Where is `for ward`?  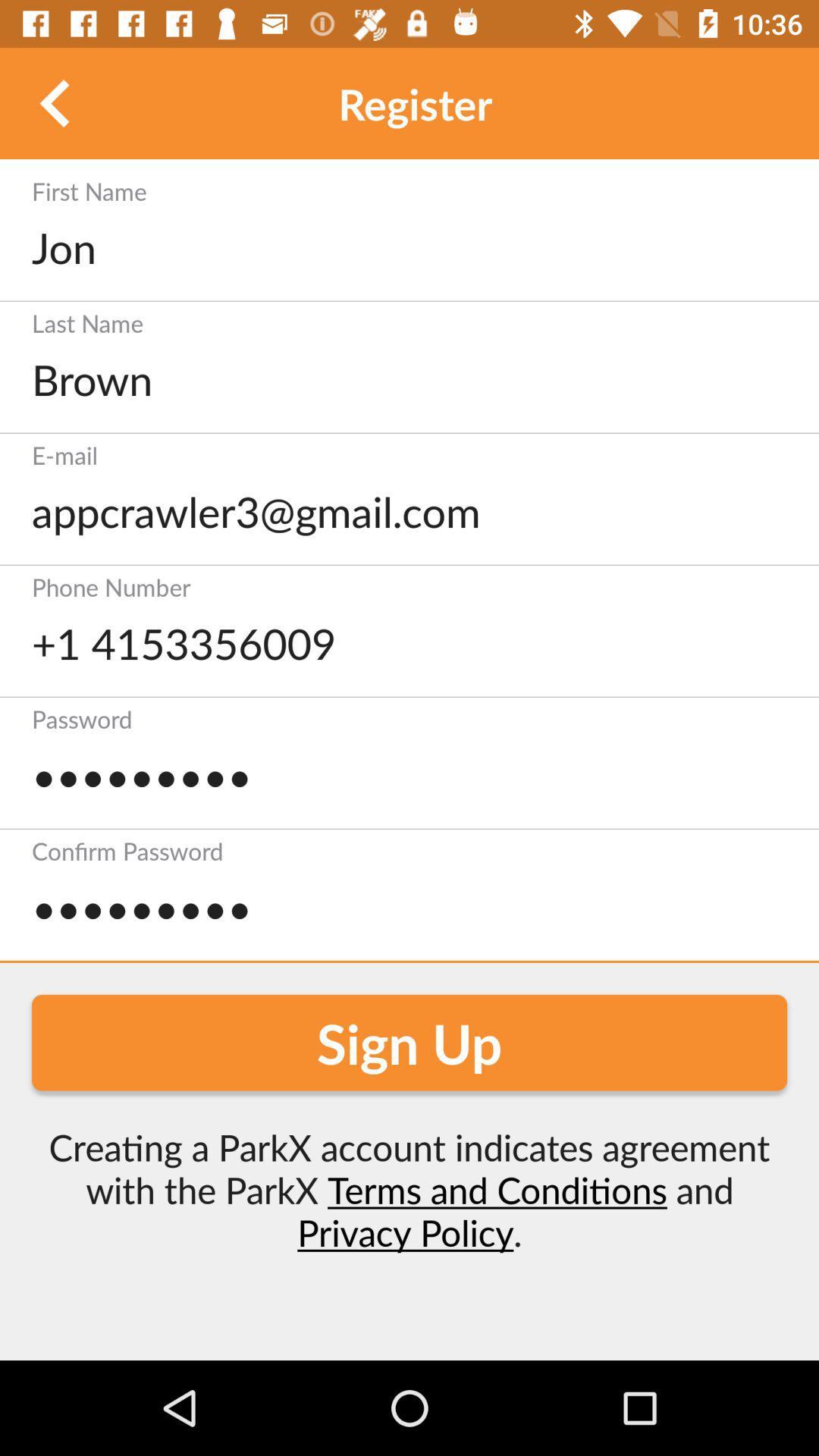
for ward is located at coordinates (55, 102).